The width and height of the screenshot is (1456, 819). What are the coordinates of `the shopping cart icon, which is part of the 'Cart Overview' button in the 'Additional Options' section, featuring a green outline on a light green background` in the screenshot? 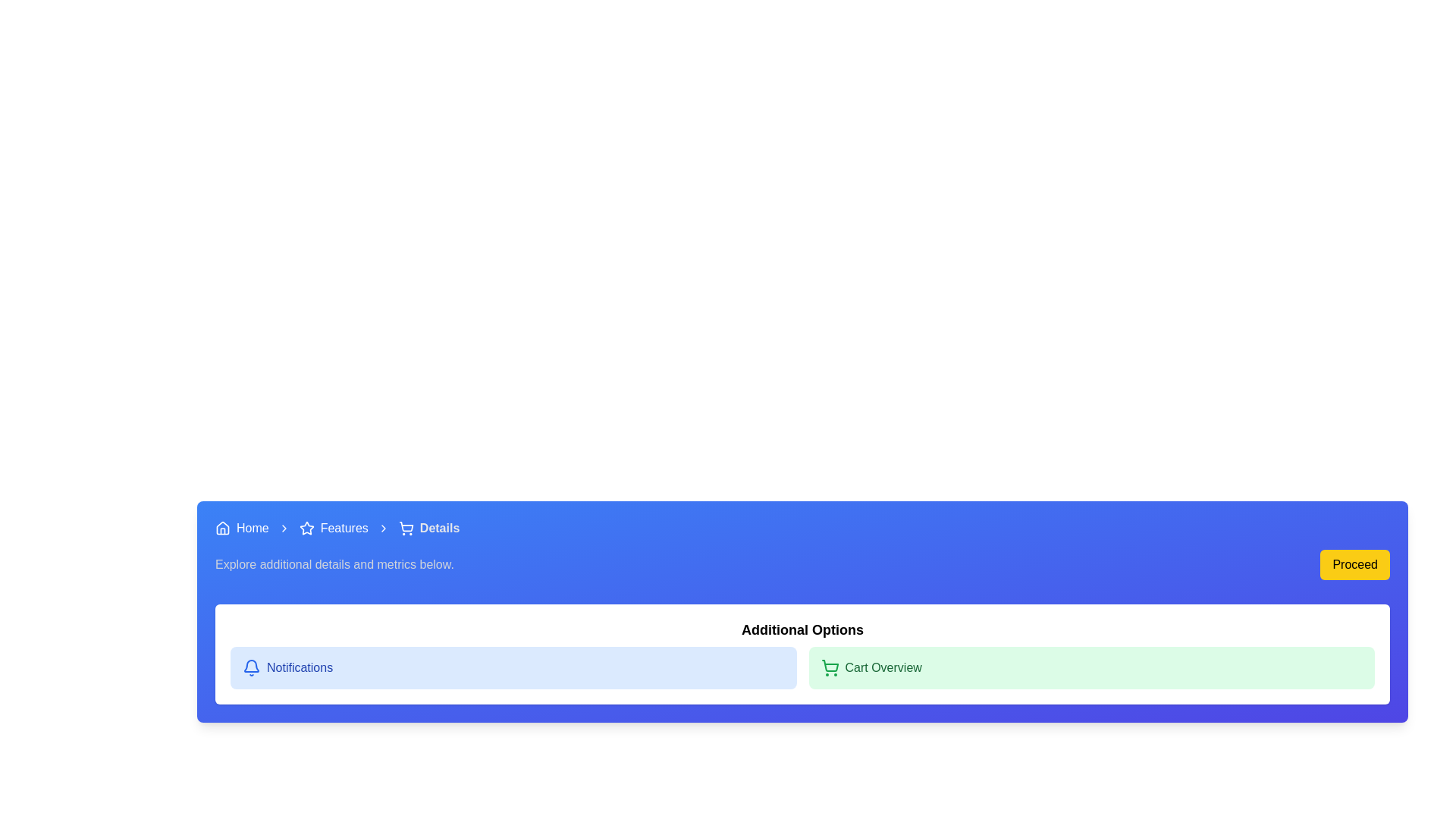 It's located at (829, 665).